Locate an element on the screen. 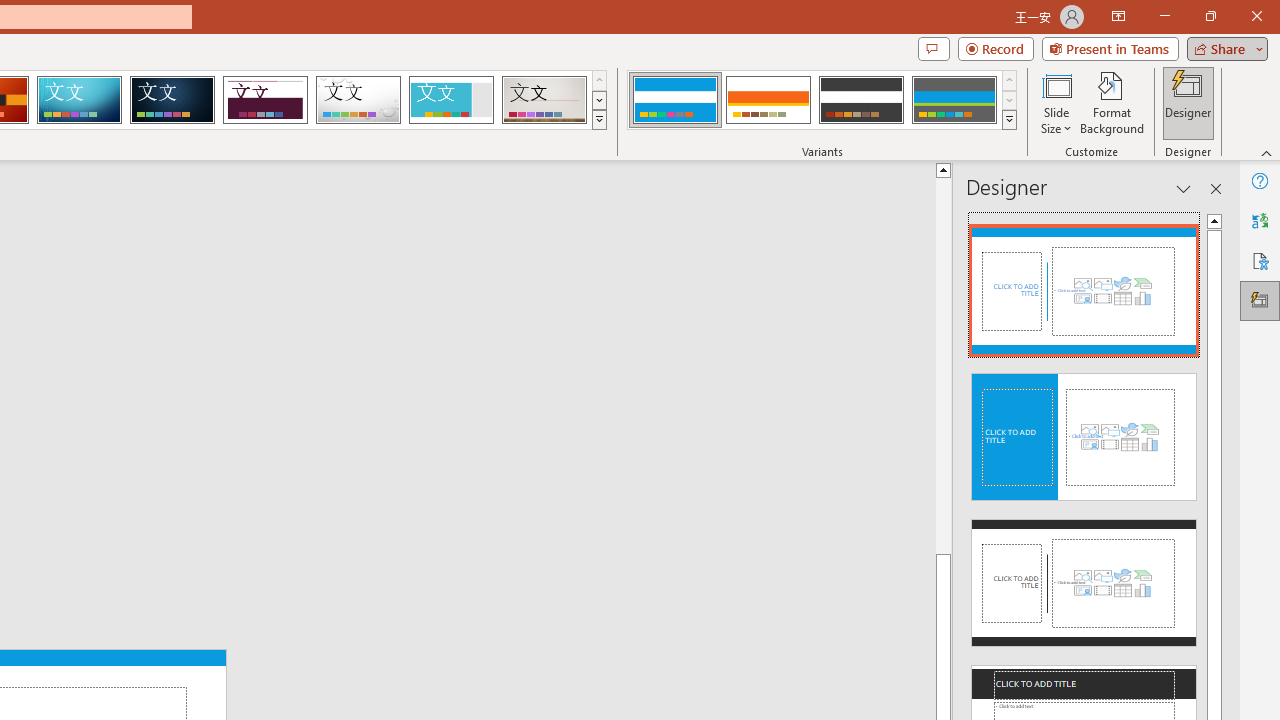  'Banded Variant 1' is located at coordinates (675, 100).